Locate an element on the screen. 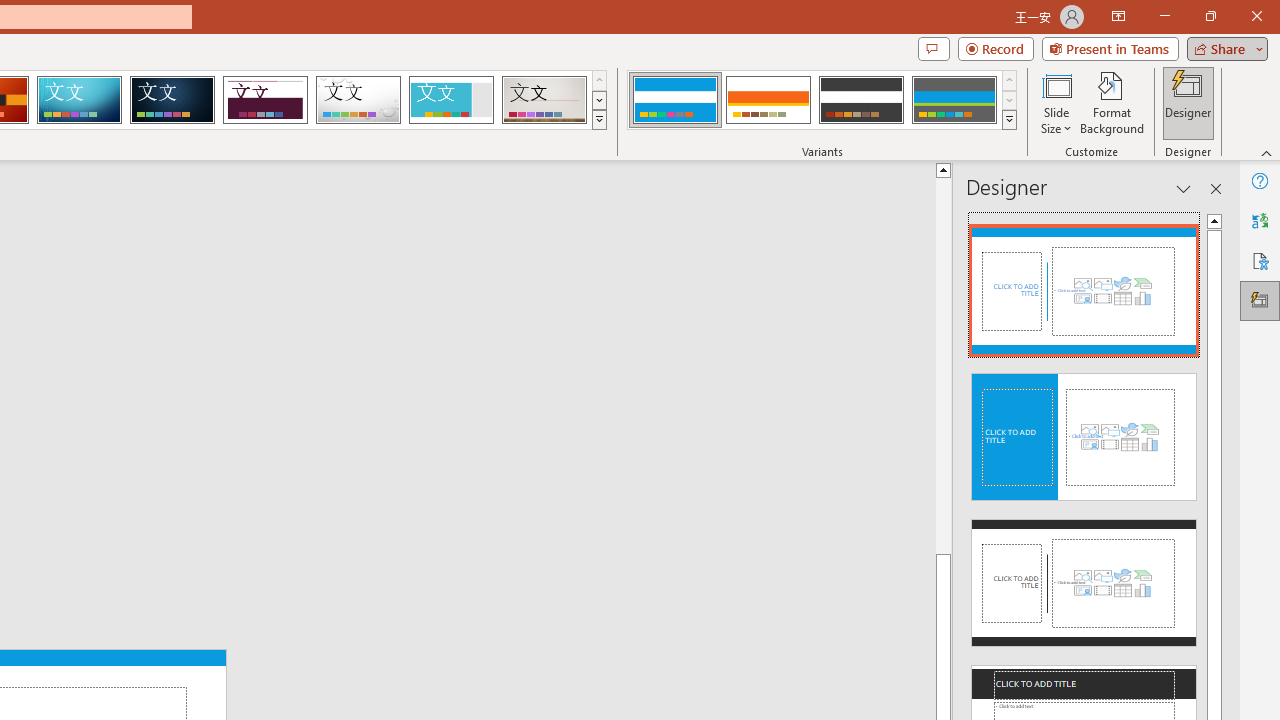  'Banded Variant 1' is located at coordinates (675, 100).